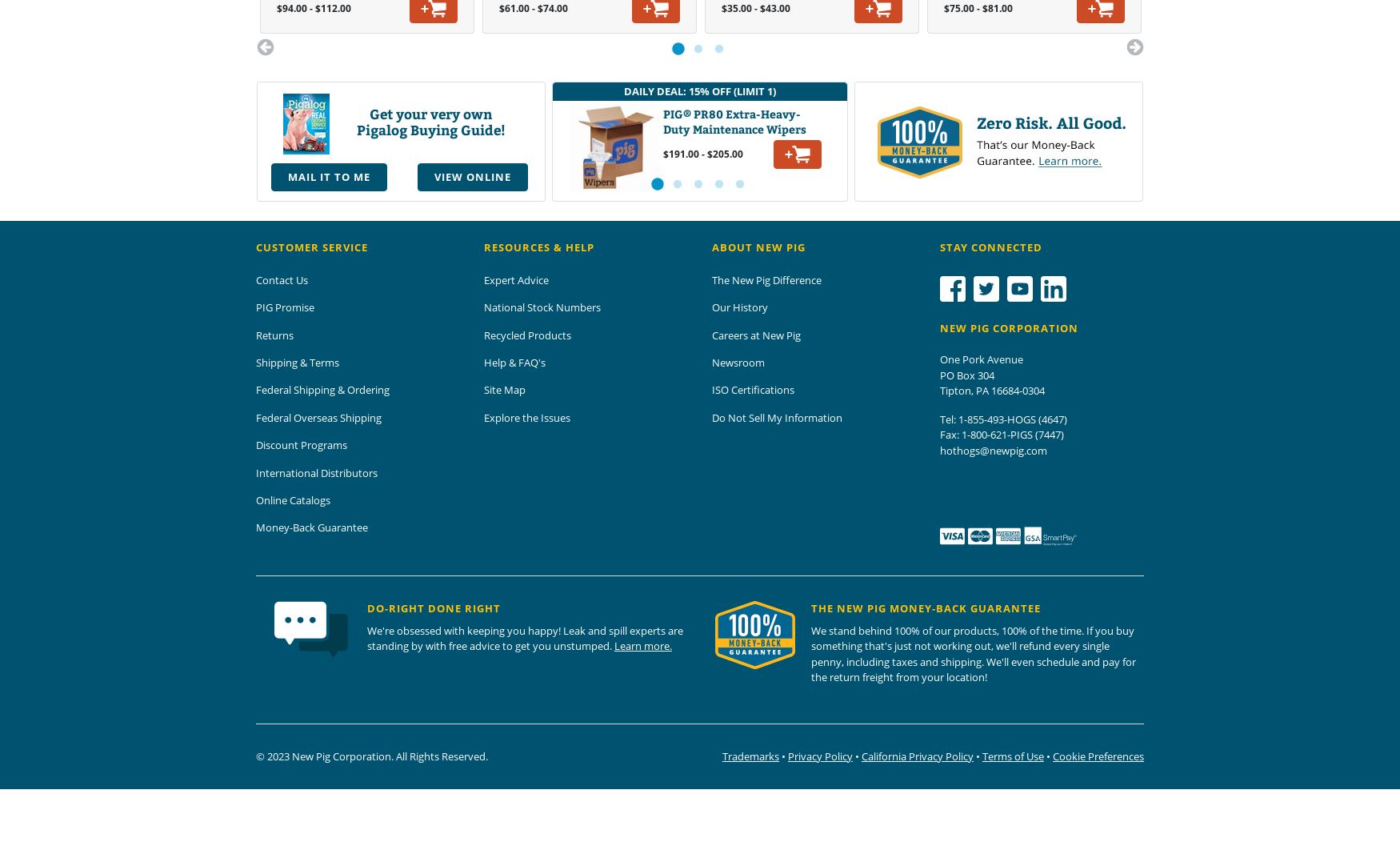 The width and height of the screenshot is (1400, 842). I want to click on 'Customer Service', so click(256, 246).